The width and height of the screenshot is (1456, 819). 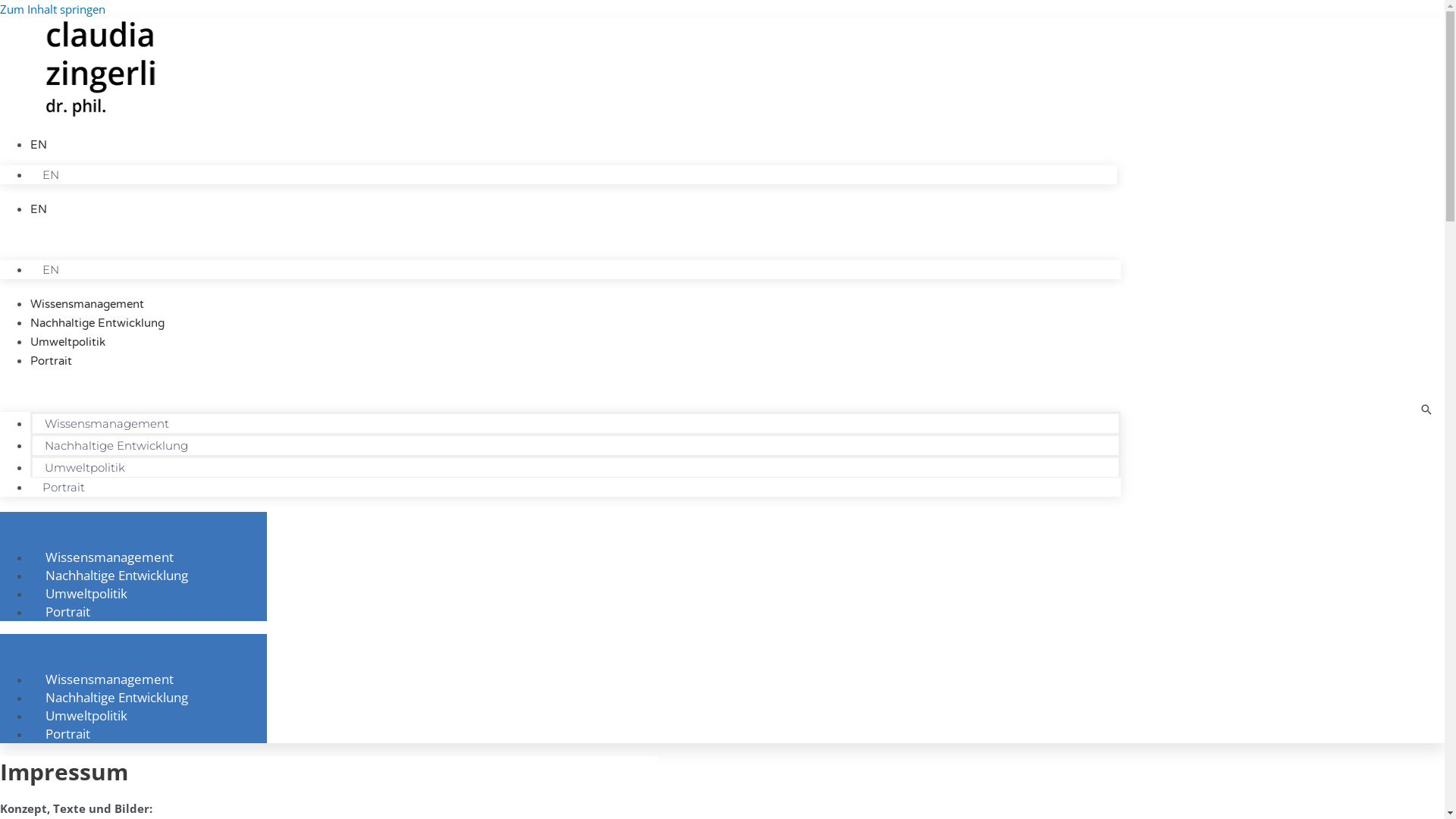 I want to click on 'Zum Inhalt springen', so click(x=52, y=8).